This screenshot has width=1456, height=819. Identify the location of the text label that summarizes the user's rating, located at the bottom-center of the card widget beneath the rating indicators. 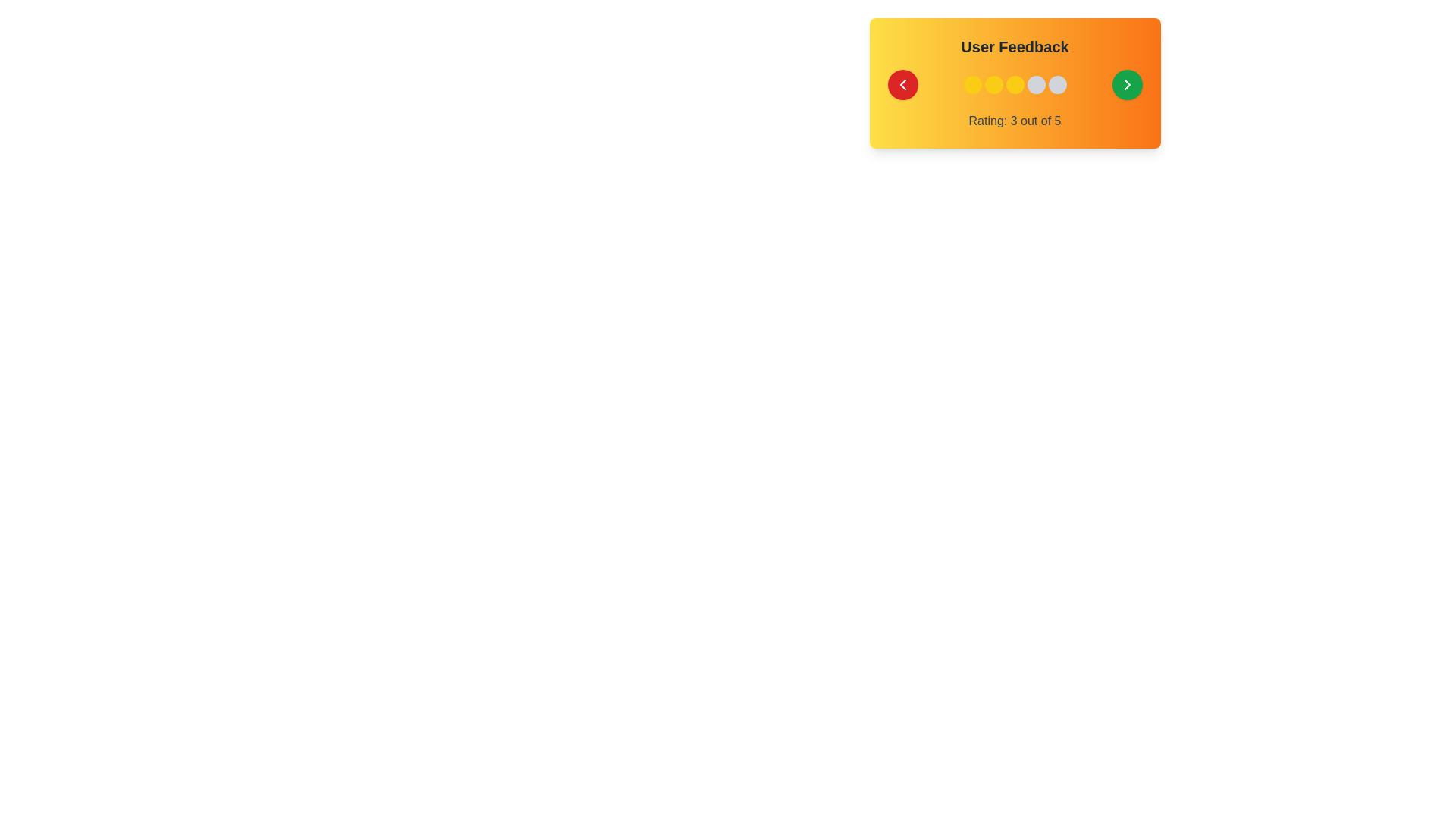
(1015, 120).